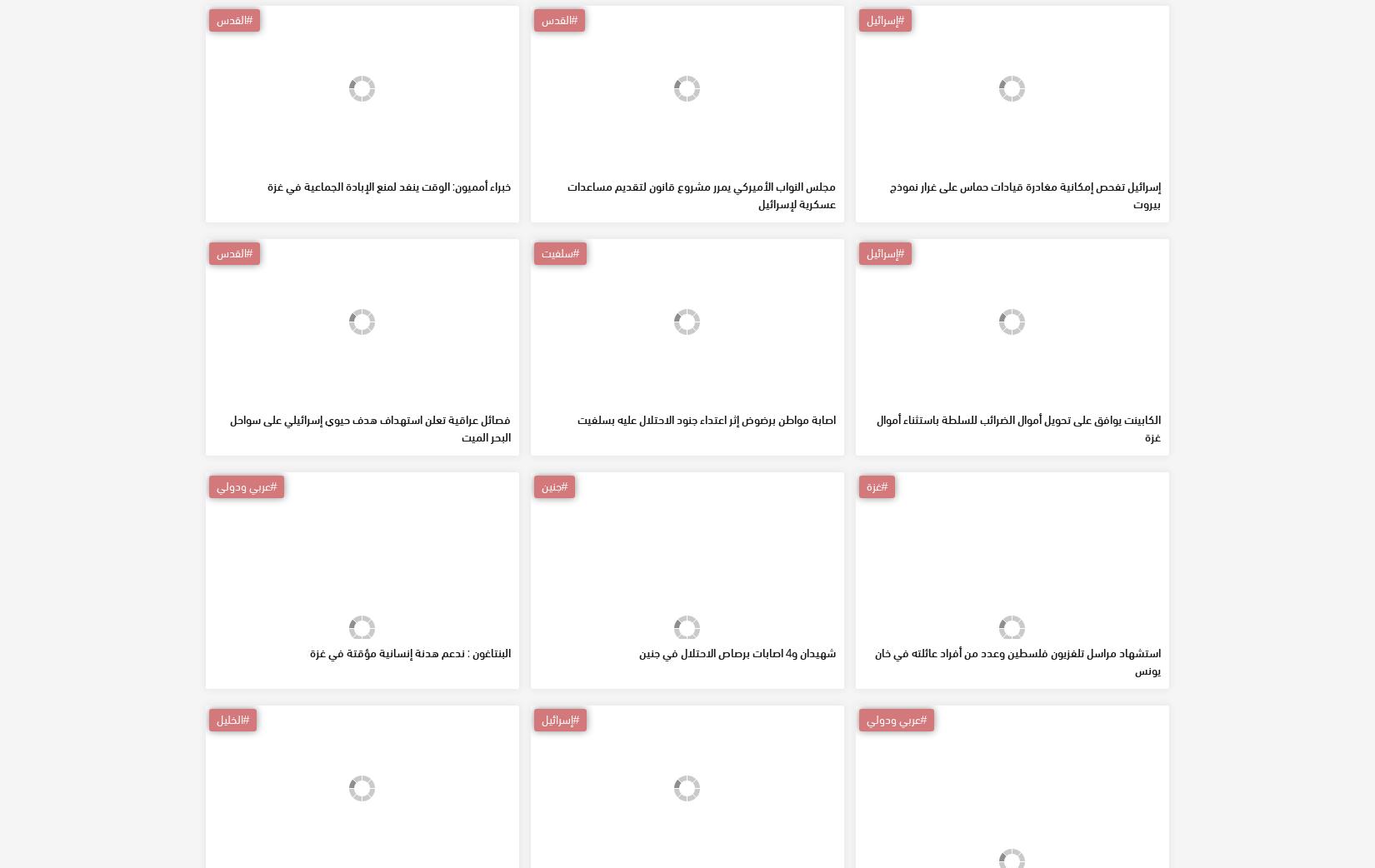 This screenshot has height=868, width=1375. What do you see at coordinates (877, 605) in the screenshot?
I see `'#غزة'` at bounding box center [877, 605].